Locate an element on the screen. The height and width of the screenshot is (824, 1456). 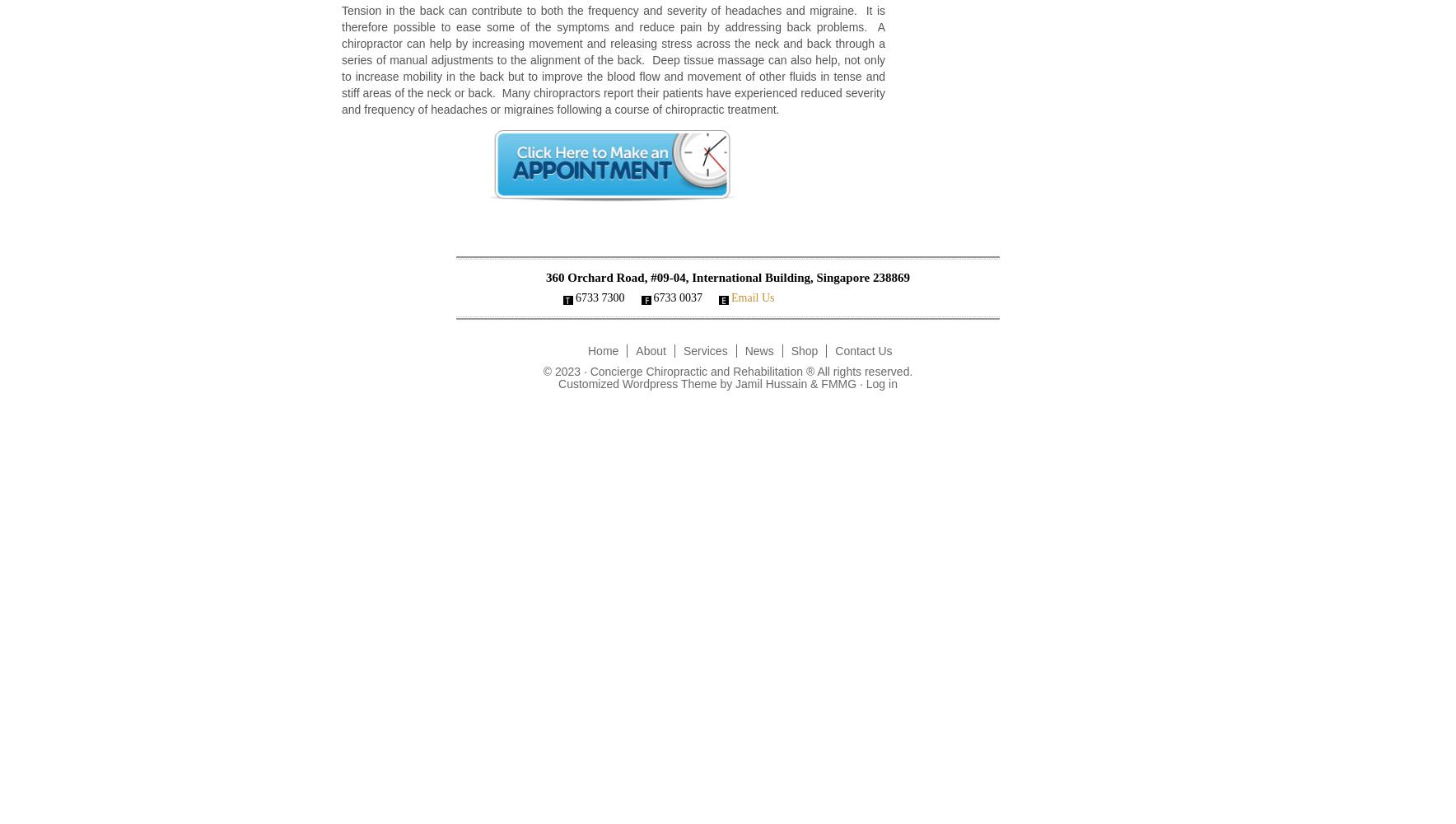
'About' is located at coordinates (650, 351).